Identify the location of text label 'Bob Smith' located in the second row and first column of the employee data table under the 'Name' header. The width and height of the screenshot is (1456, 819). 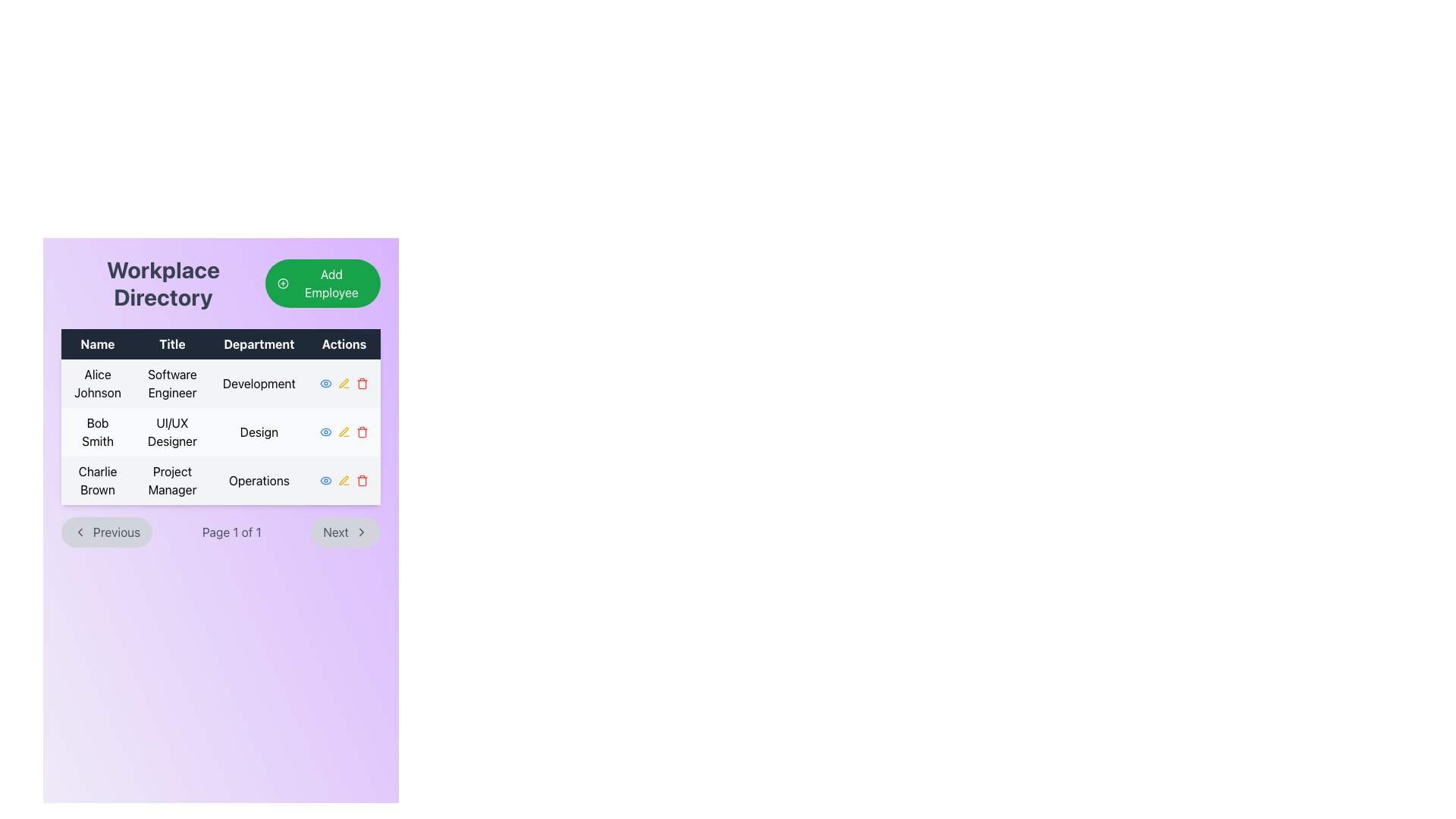
(97, 432).